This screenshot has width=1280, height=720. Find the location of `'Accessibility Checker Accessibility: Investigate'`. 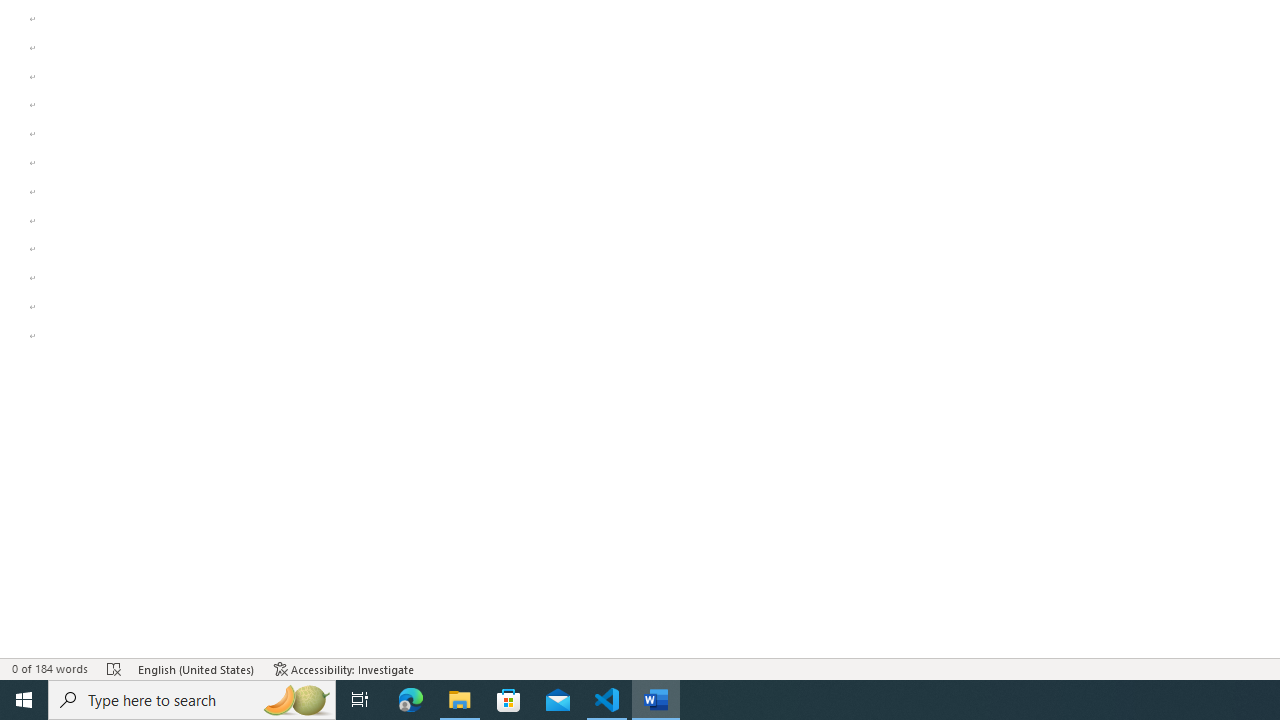

'Accessibility Checker Accessibility: Investigate' is located at coordinates (344, 669).